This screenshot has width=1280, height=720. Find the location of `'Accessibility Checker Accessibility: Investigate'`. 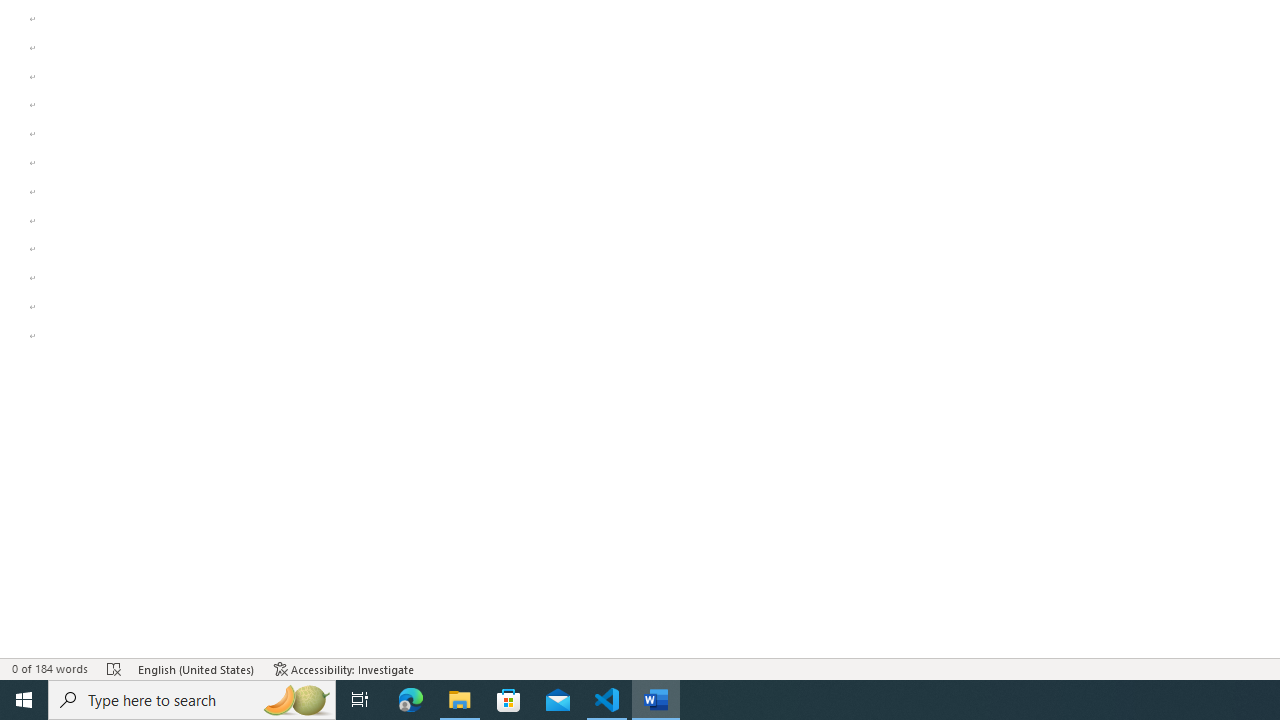

'Accessibility Checker Accessibility: Investigate' is located at coordinates (344, 669).